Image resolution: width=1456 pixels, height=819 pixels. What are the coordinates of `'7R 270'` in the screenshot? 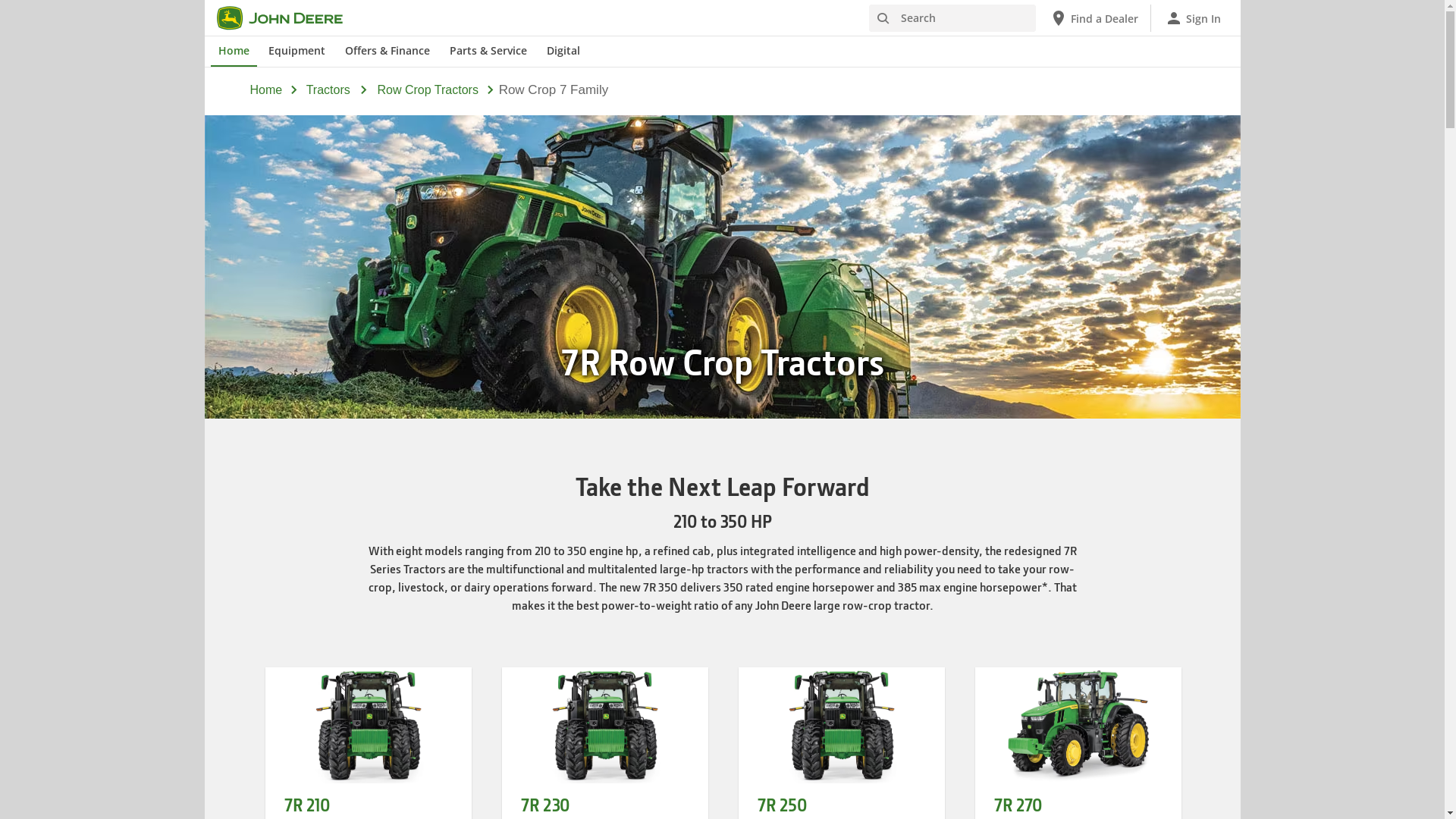 It's located at (1017, 804).